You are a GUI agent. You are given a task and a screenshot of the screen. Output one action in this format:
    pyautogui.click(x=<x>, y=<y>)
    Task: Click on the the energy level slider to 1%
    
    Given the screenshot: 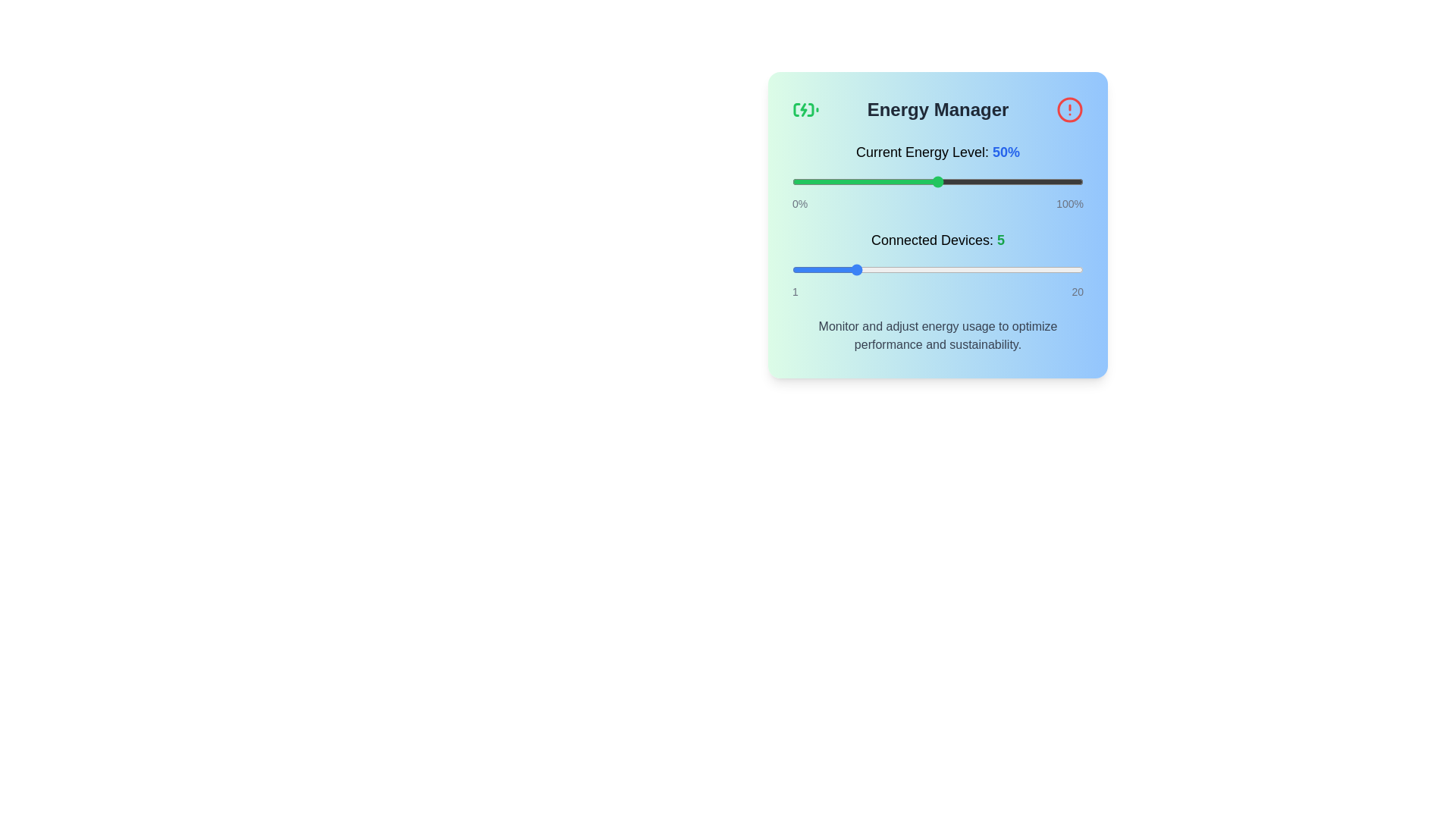 What is the action you would take?
    pyautogui.click(x=794, y=180)
    